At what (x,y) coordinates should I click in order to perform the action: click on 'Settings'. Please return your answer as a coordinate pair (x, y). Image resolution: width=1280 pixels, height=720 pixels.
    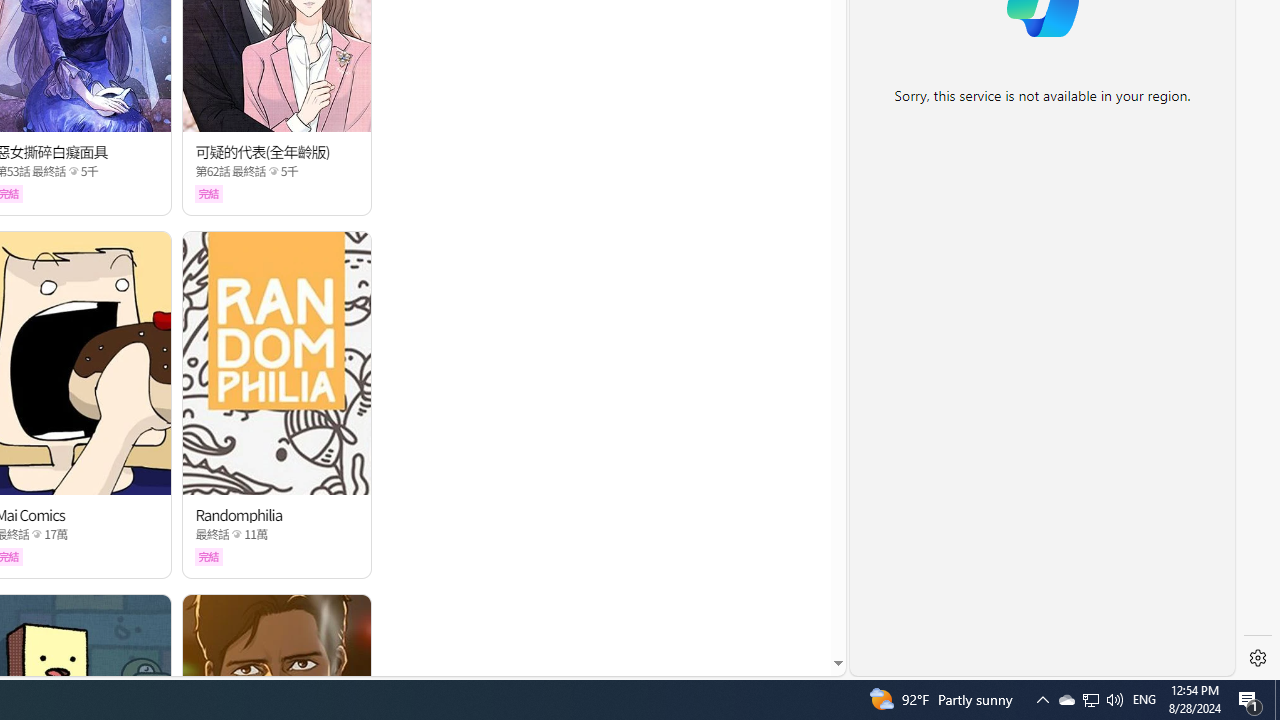
    Looking at the image, I should click on (1257, 658).